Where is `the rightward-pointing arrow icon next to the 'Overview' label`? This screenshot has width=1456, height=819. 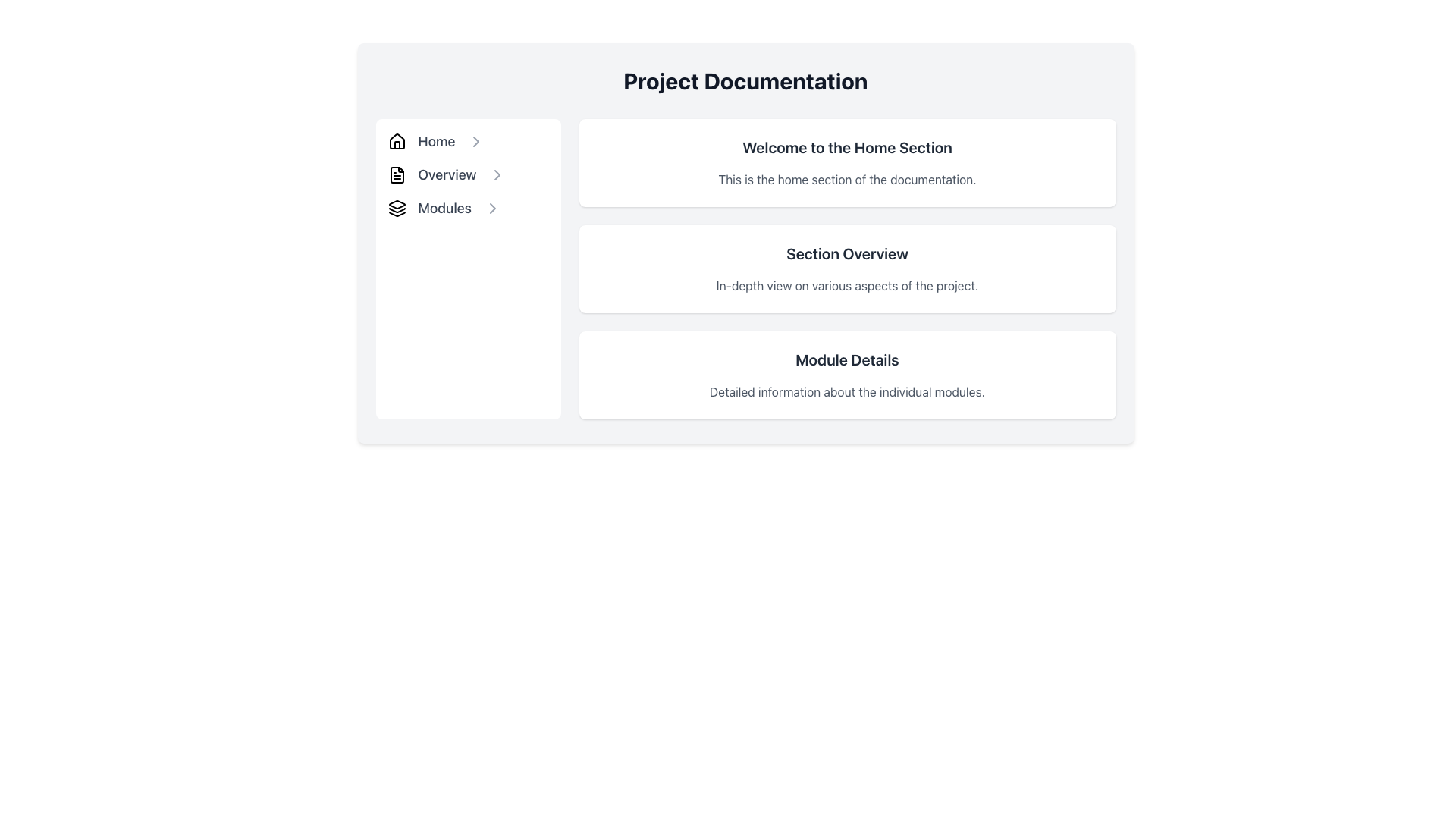 the rightward-pointing arrow icon next to the 'Overview' label is located at coordinates (497, 174).